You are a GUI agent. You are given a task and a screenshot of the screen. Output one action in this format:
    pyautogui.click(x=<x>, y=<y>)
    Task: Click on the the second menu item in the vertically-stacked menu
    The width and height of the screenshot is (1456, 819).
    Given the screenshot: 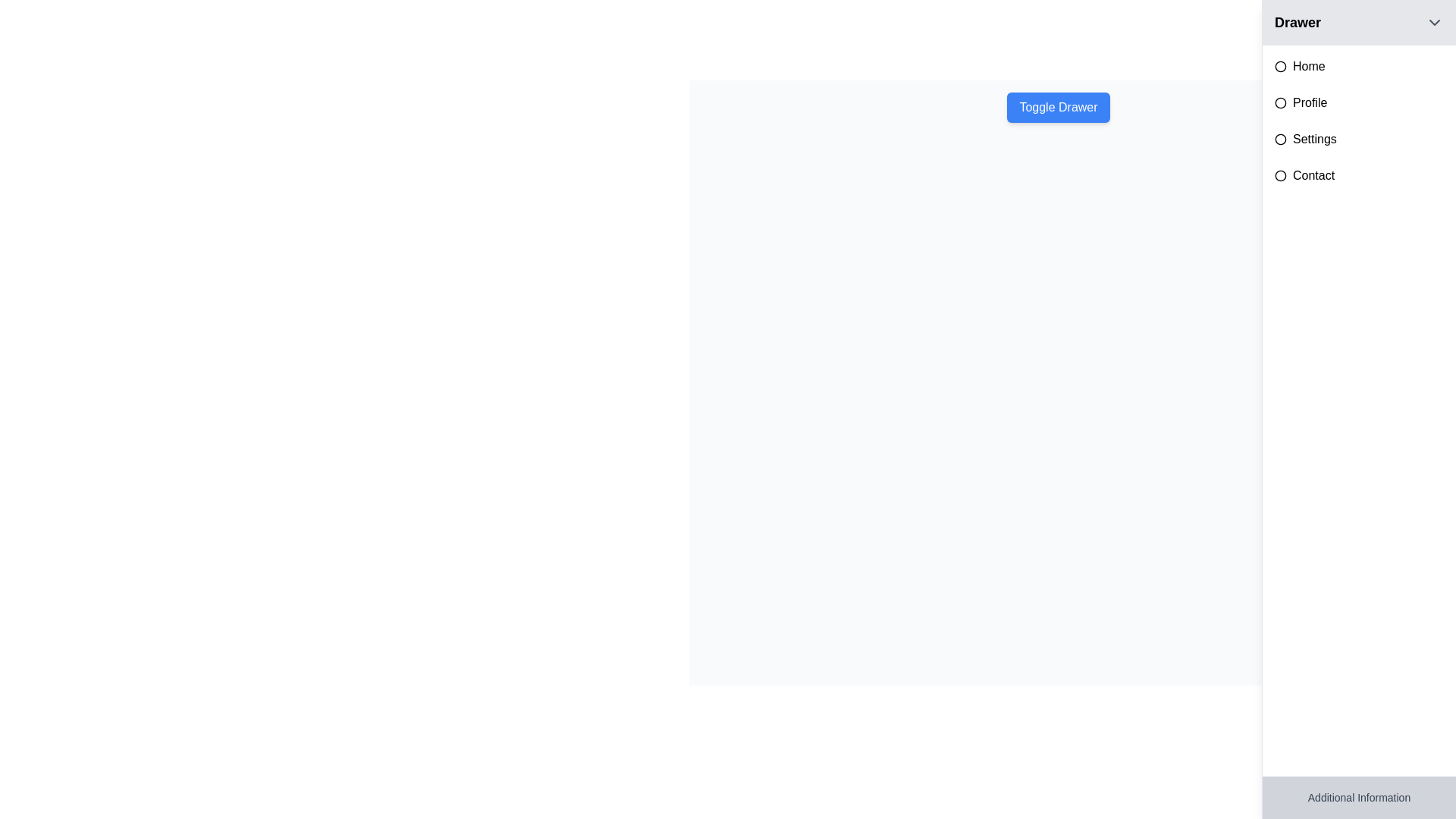 What is the action you would take?
    pyautogui.click(x=1359, y=102)
    